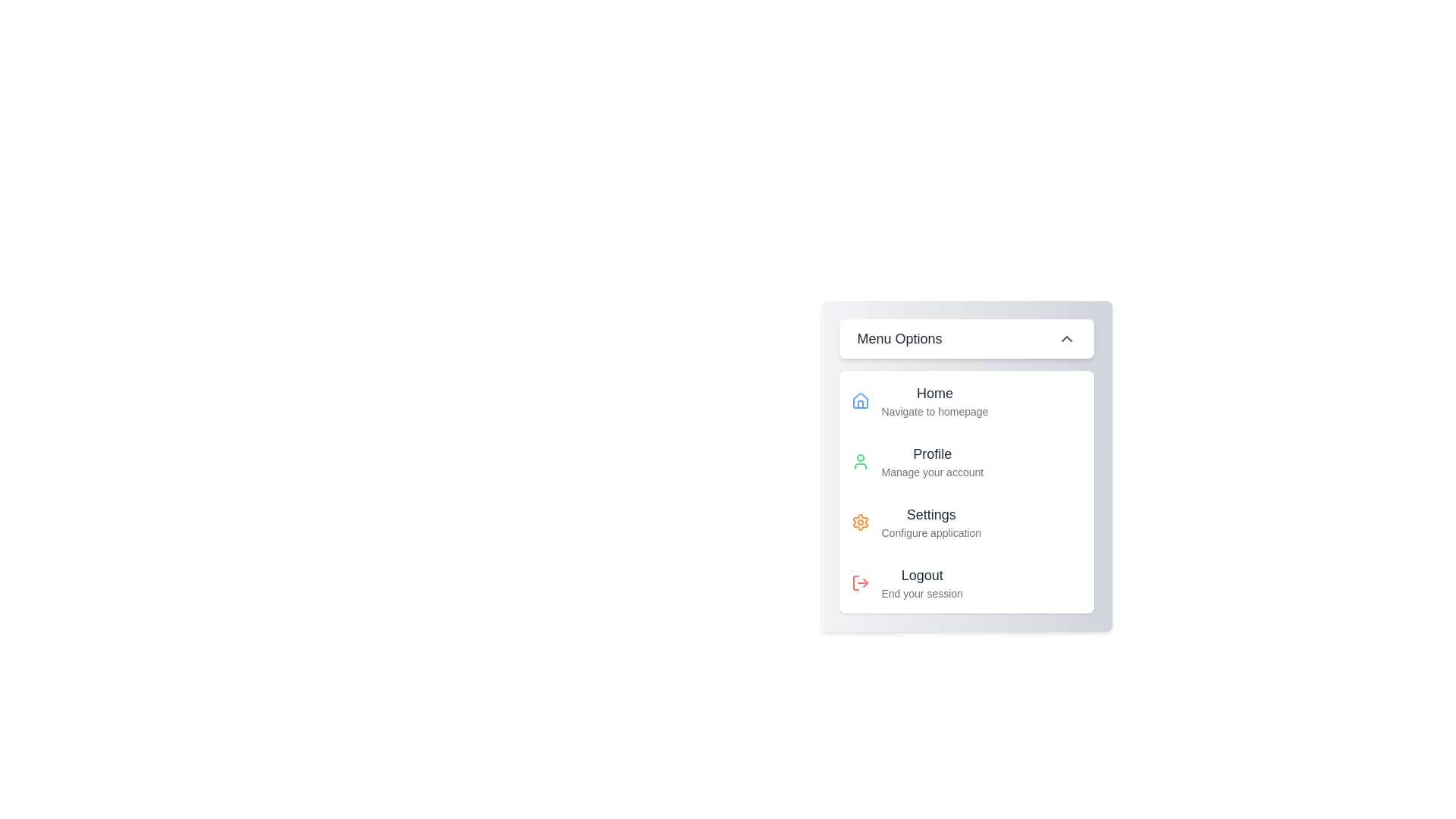  I want to click on the gray-colored text label that reads 'Configure application' located below the 'Settings' title in the top-right vertical menu, so click(930, 532).